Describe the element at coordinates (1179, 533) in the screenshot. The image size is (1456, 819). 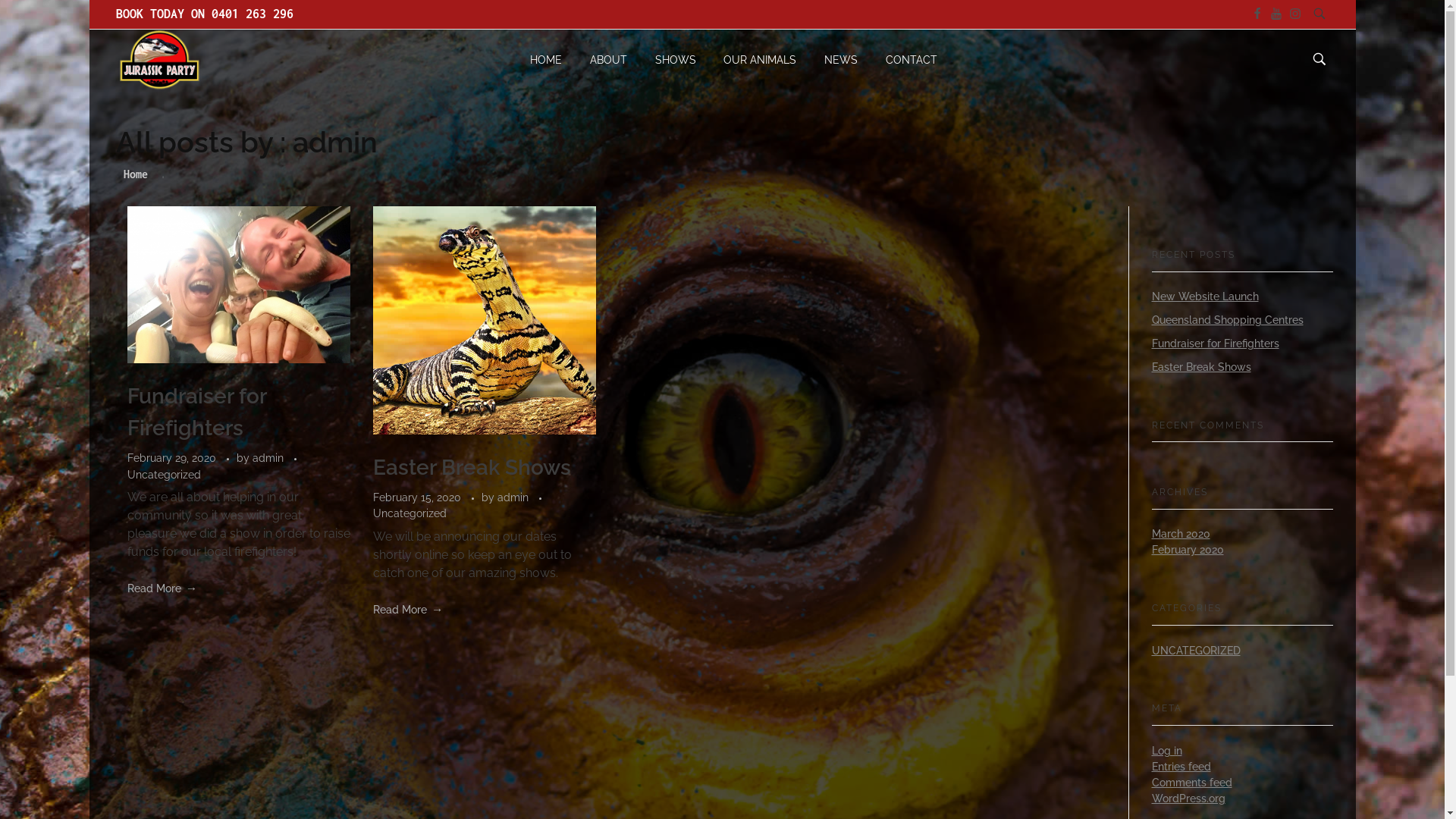
I see `'March 2020'` at that location.